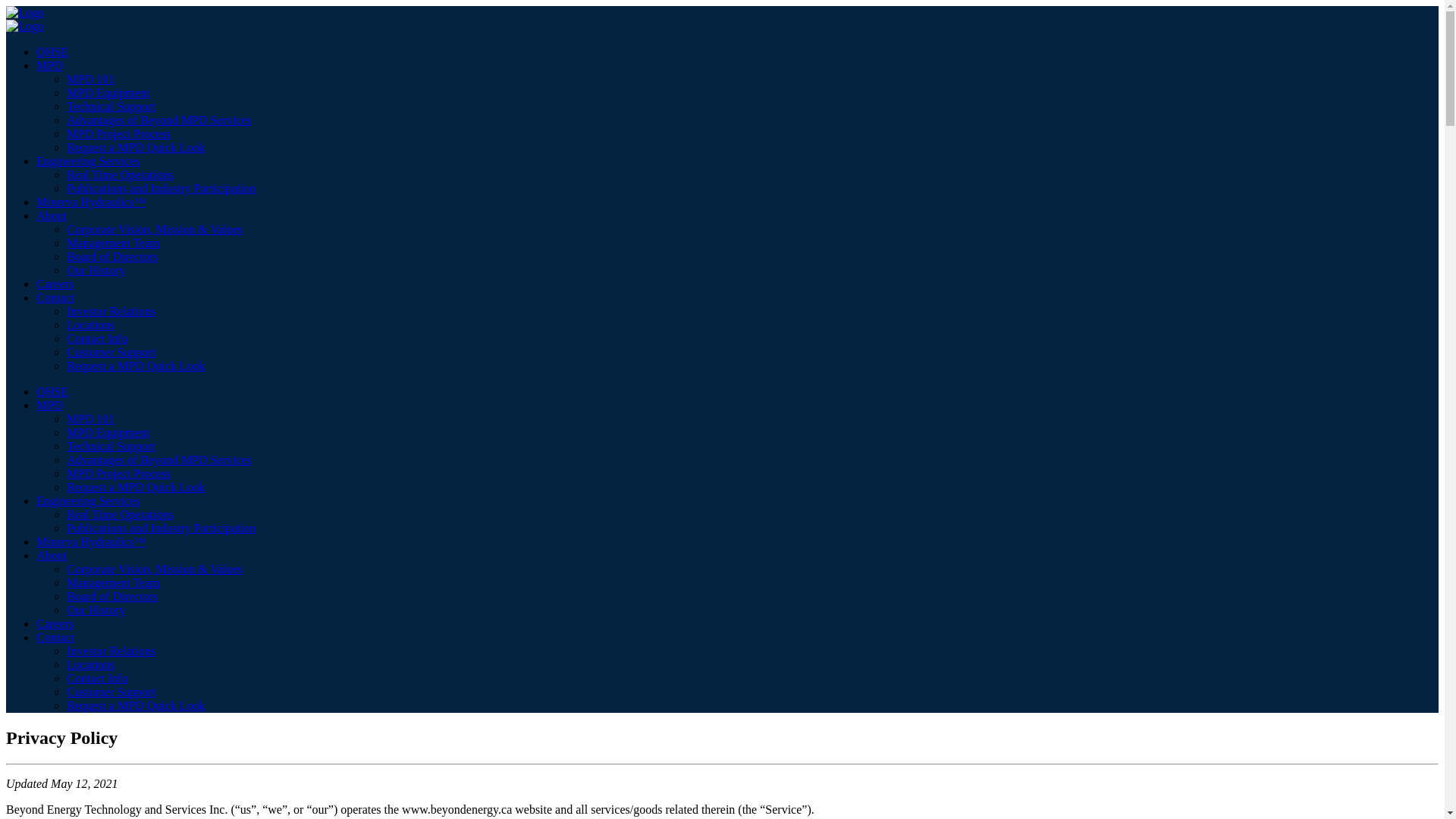 This screenshot has width=1456, height=819. What do you see at coordinates (118, 472) in the screenshot?
I see `'MPD Project Process'` at bounding box center [118, 472].